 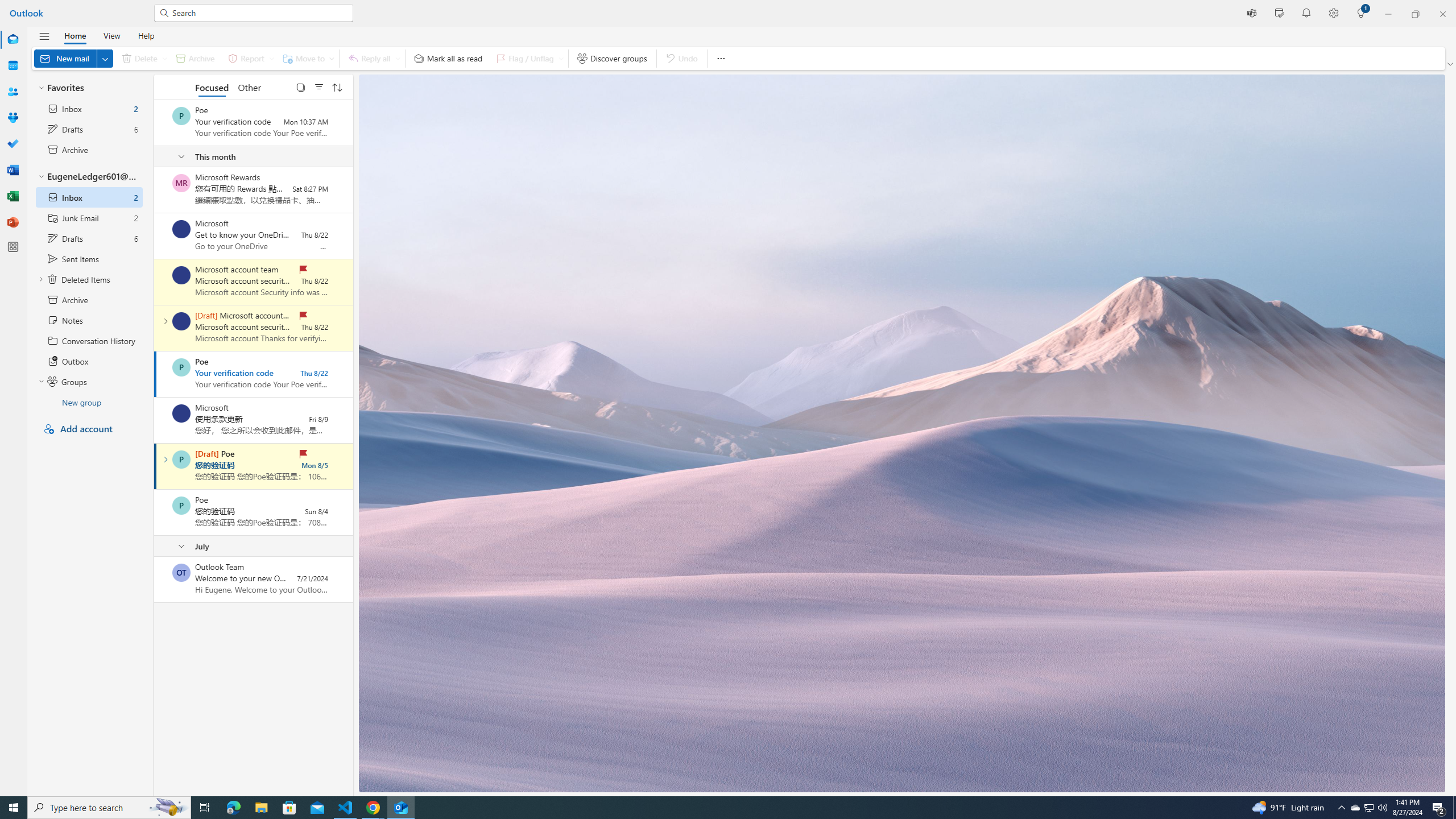 I want to click on 'Expand to see more report options', so click(x=271, y=58).